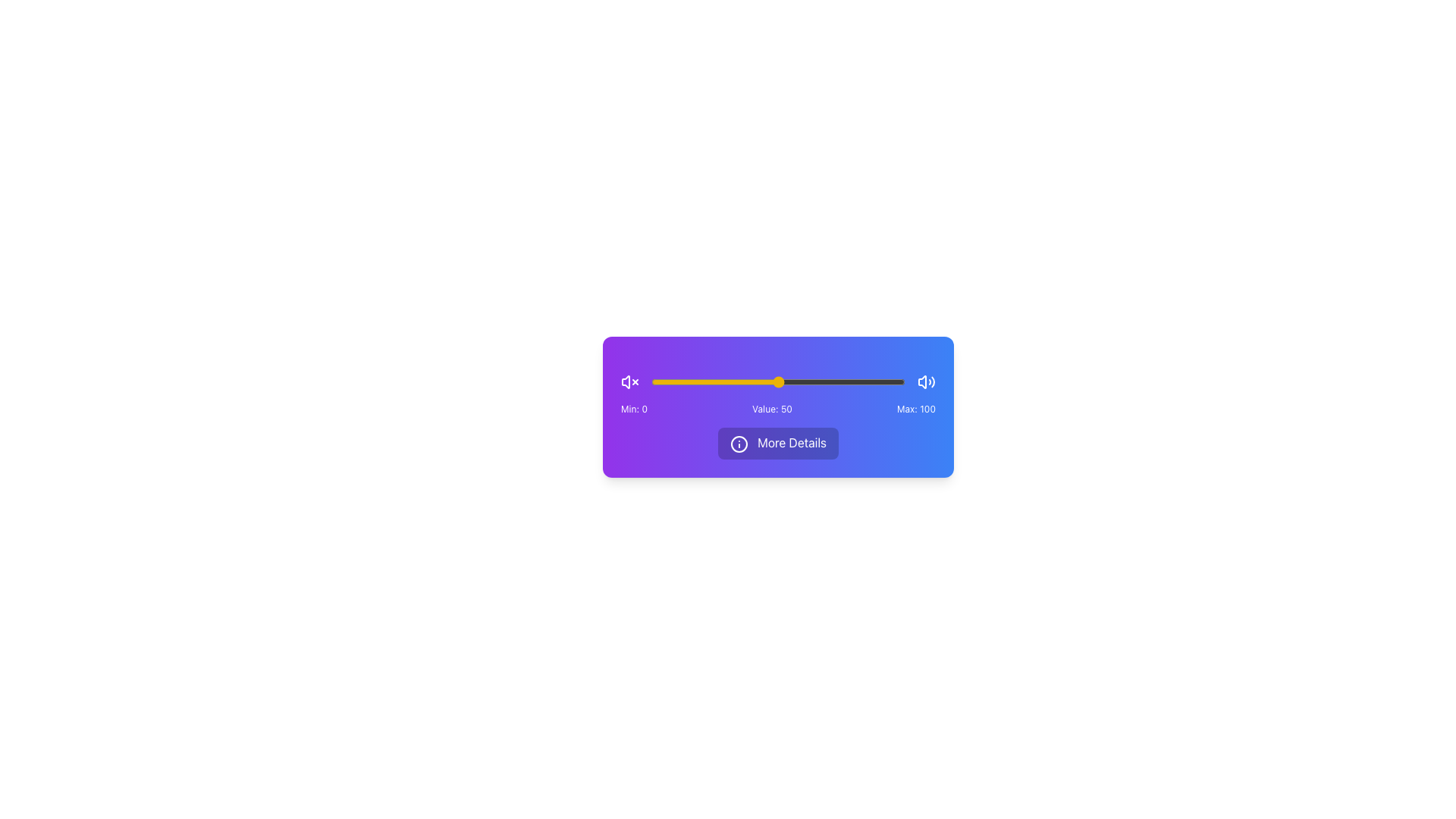  I want to click on the speaker icon representing sound output or volume, which is located to the far right of the horizontal layout group containing sound-related controls, so click(926, 381).